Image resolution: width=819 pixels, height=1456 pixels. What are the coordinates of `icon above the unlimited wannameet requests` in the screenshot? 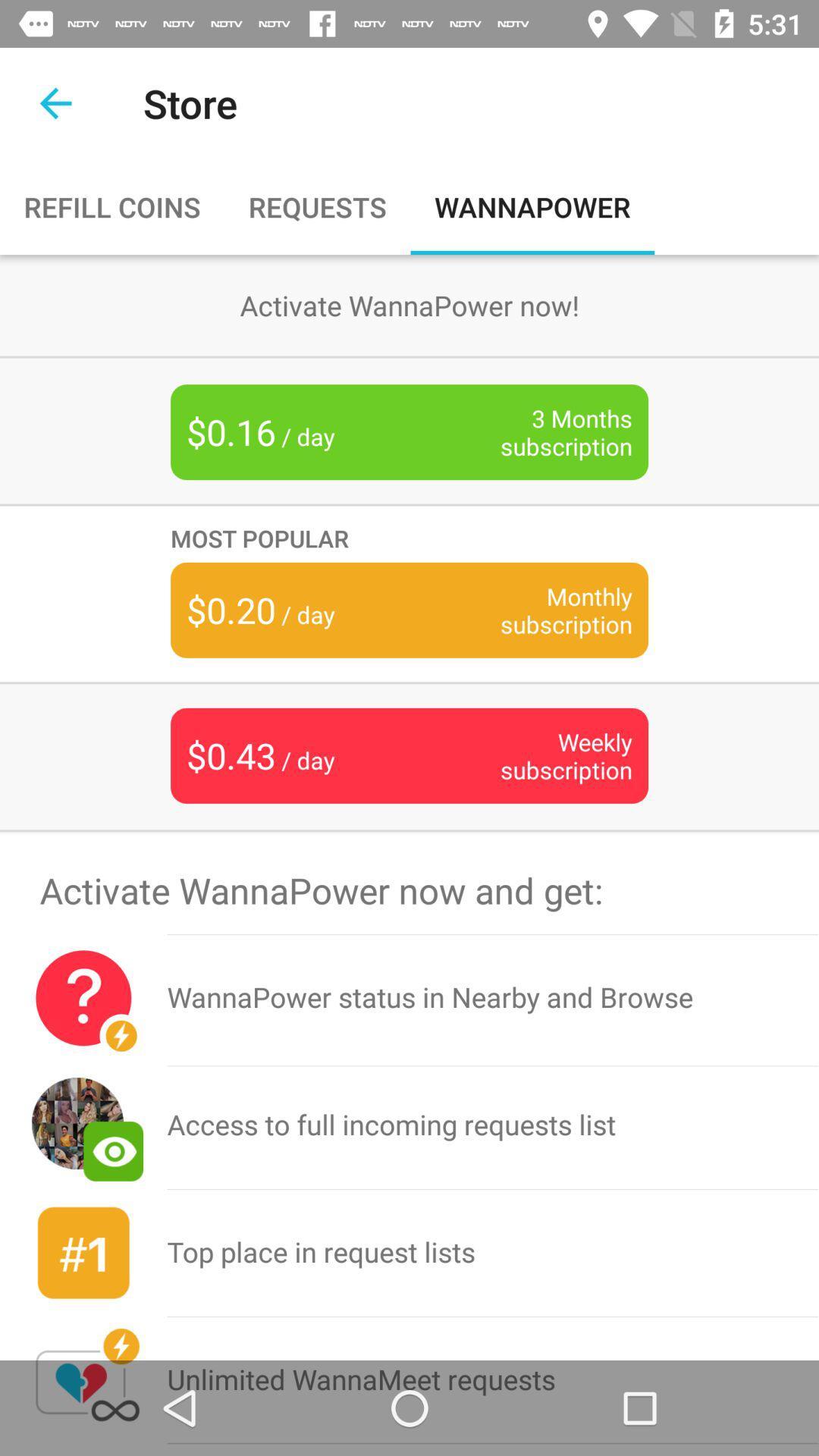 It's located at (493, 1253).